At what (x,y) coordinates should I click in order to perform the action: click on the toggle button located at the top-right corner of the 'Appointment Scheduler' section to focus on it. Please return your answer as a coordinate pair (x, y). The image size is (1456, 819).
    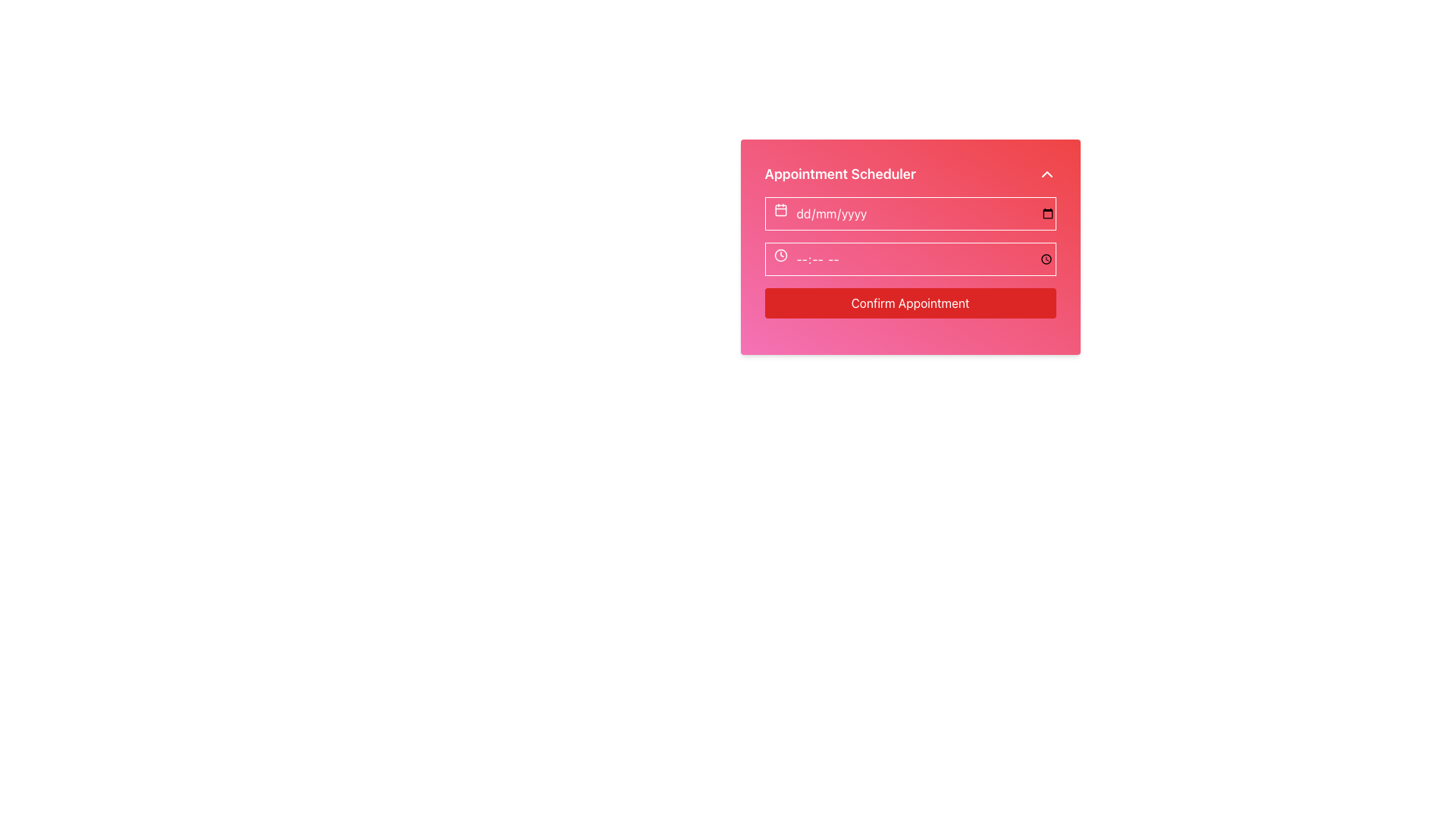
    Looking at the image, I should click on (1046, 174).